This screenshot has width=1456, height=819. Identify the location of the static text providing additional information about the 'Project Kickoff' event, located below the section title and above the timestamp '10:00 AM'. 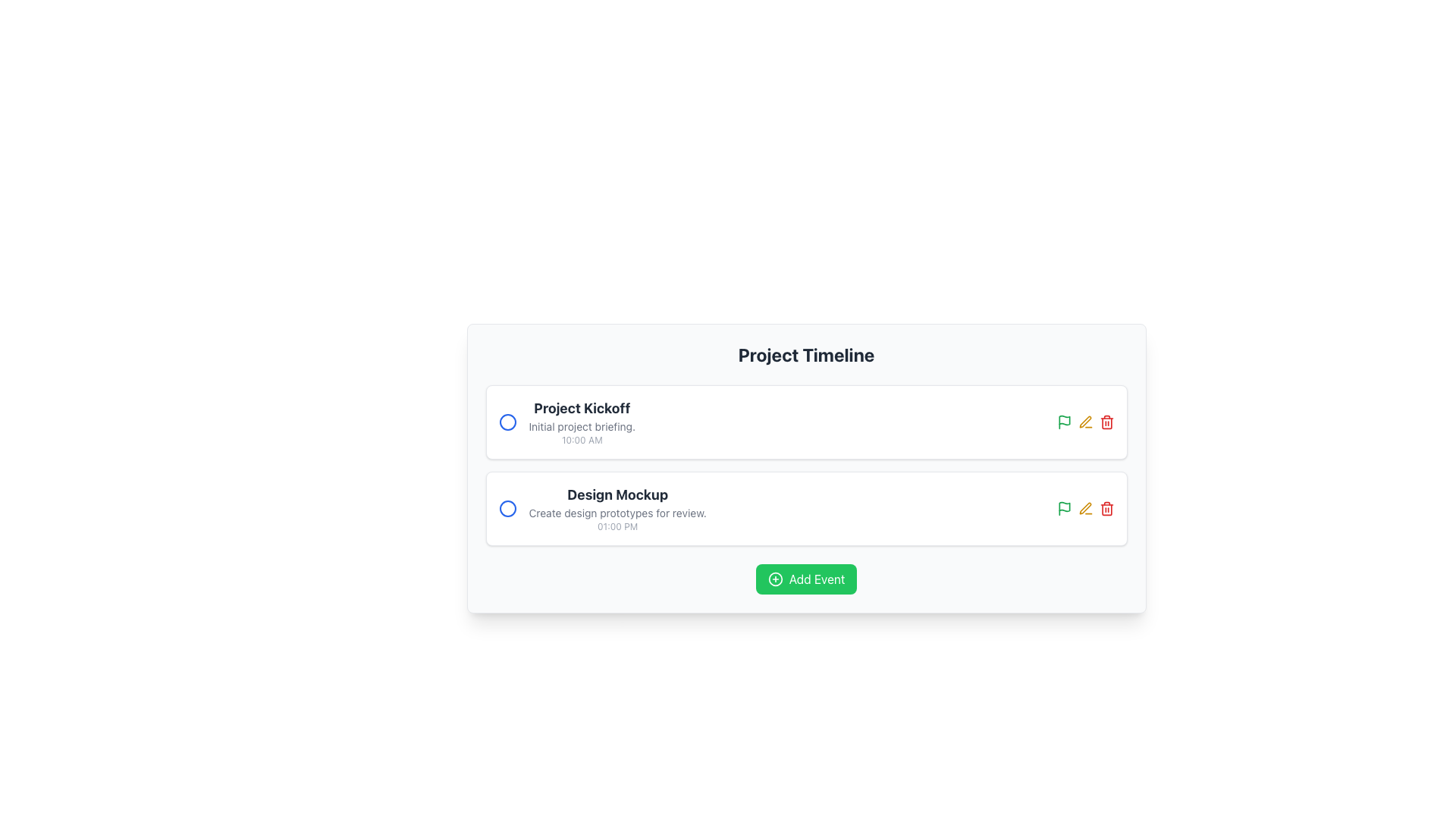
(581, 427).